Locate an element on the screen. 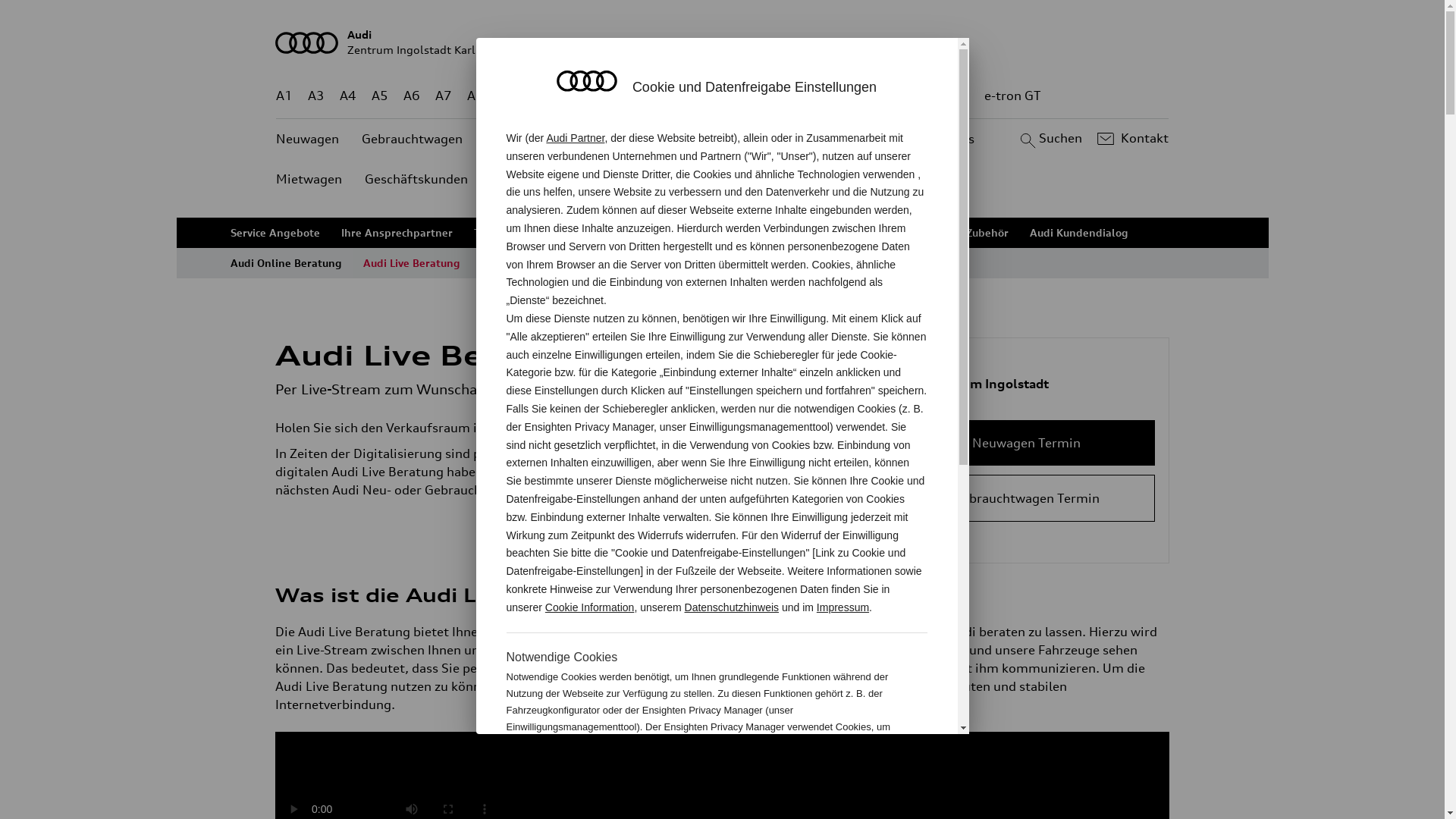  'A8' is located at coordinates (475, 96).